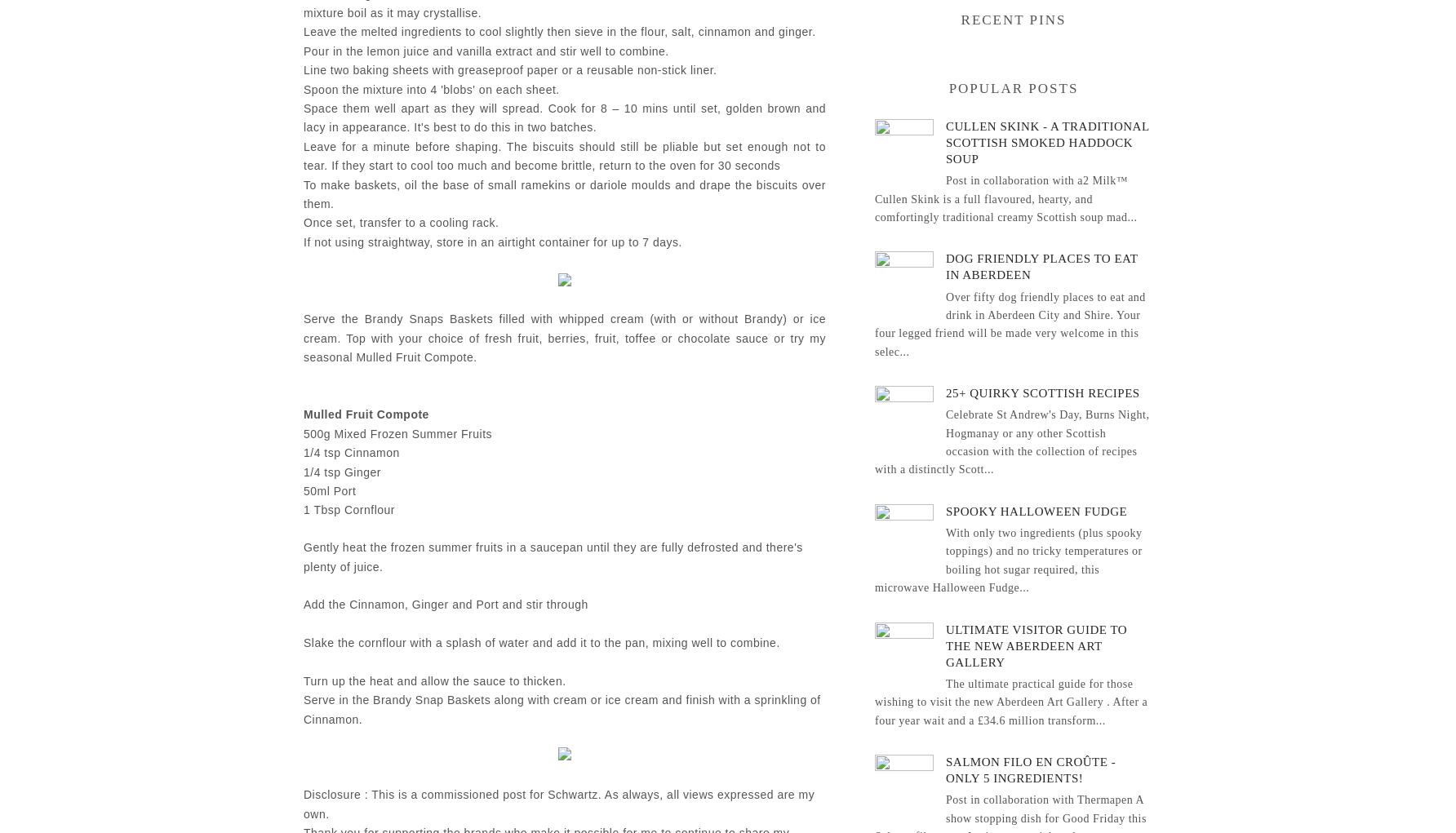 This screenshot has height=833, width=1456. I want to click on 'Salmon Filo en Croûte - only 5 ingredients!', so click(1030, 769).